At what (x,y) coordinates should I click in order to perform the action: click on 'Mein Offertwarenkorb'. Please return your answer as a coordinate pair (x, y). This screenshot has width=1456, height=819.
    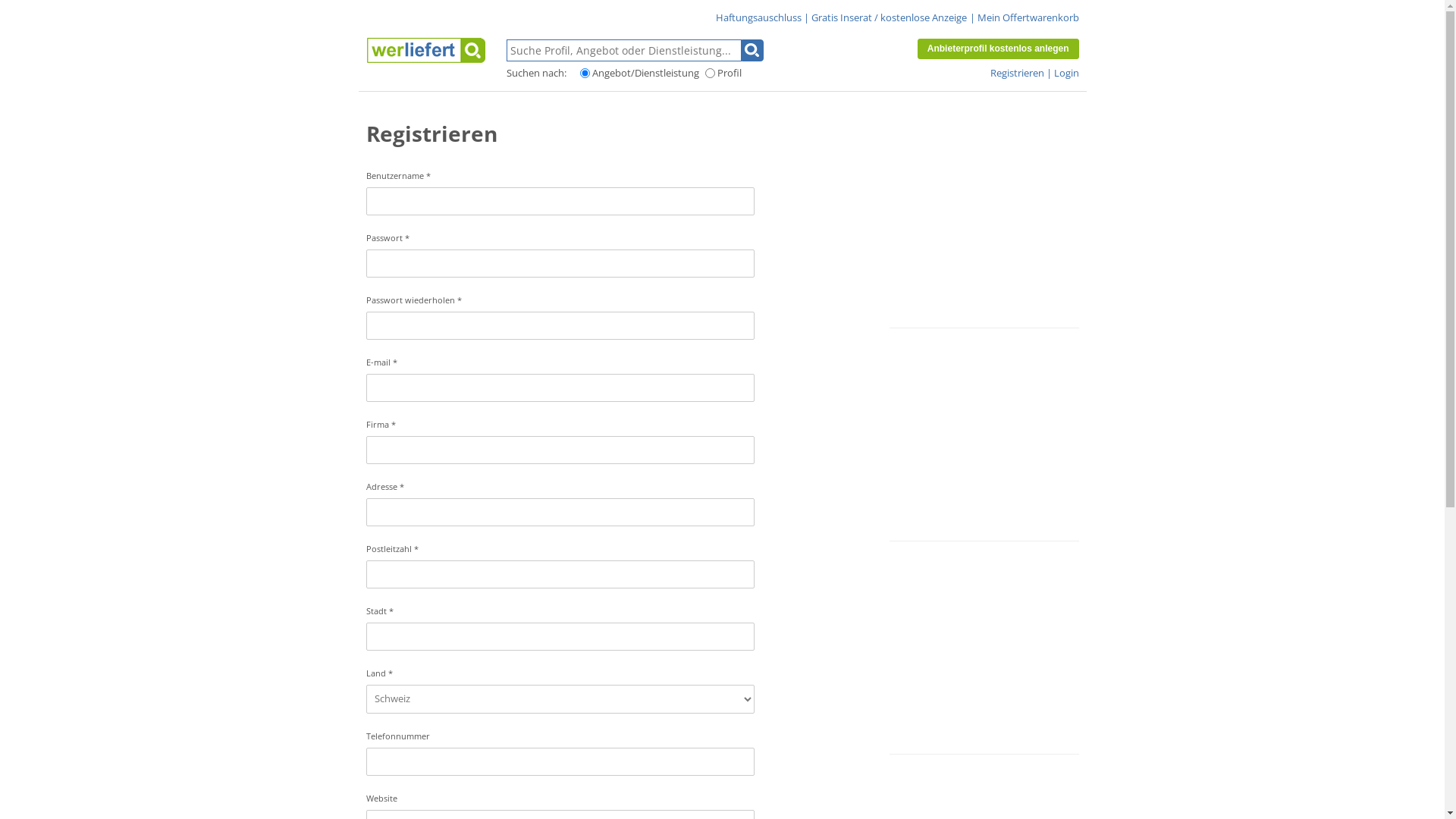
    Looking at the image, I should click on (1027, 17).